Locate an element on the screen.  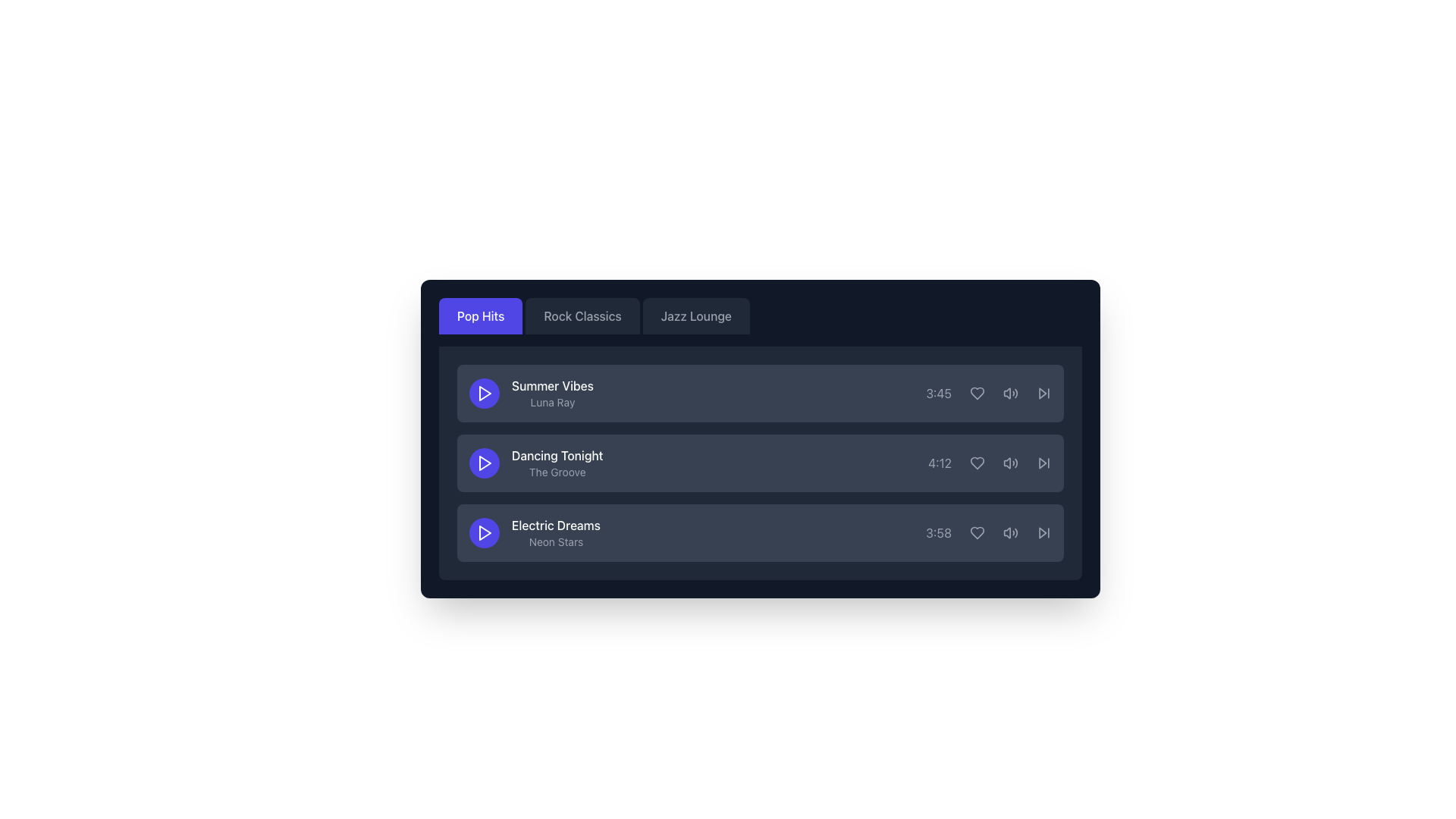
the 'like' or 'favorite' button located in the third item of the song list, positioned to the right of the duration text ('4:12') and left of the sound control icon is located at coordinates (977, 462).